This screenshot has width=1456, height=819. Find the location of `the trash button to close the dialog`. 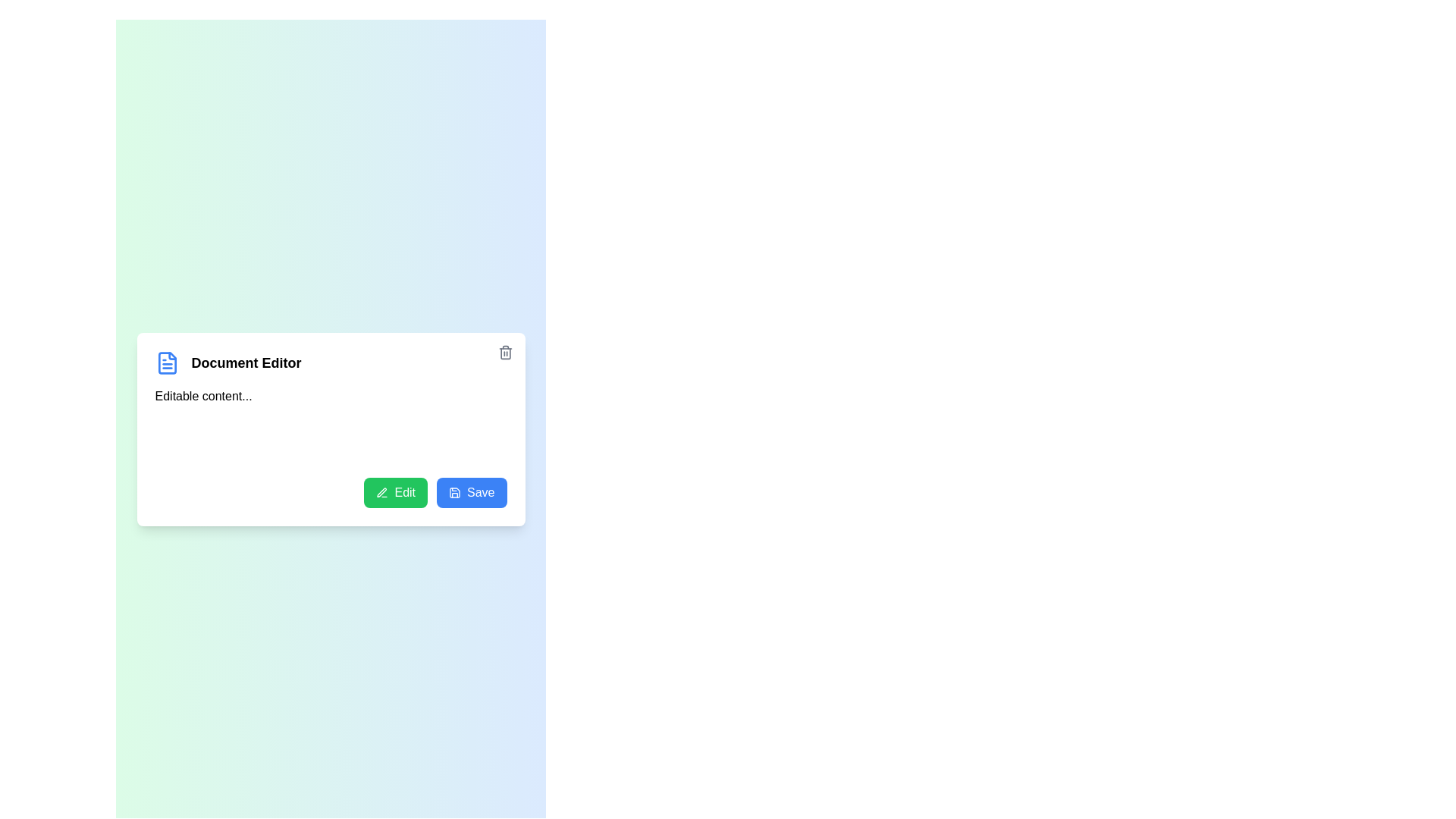

the trash button to close the dialog is located at coordinates (505, 352).